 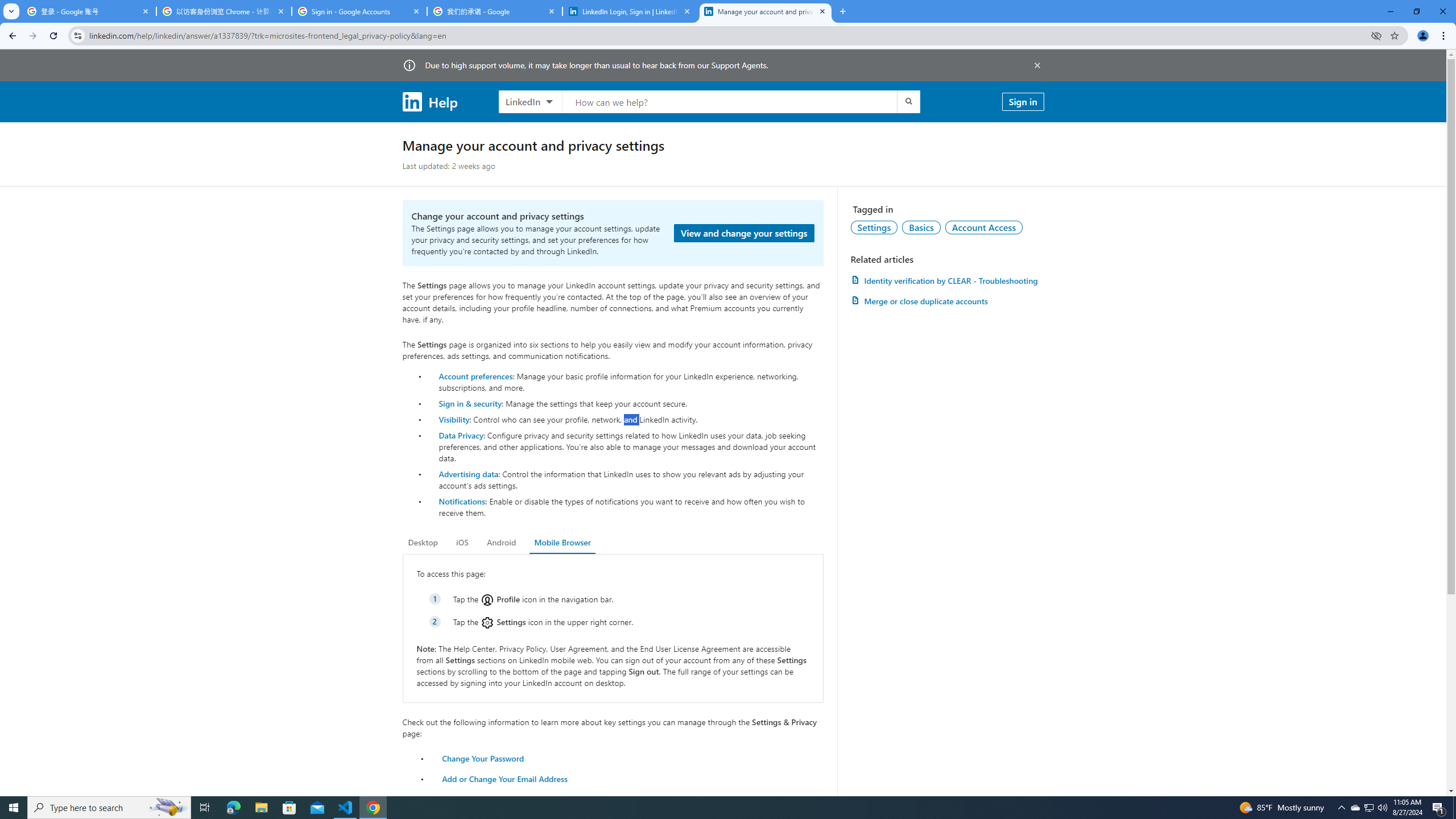 I want to click on 'Sign in - Google Accounts', so click(x=359, y=11).